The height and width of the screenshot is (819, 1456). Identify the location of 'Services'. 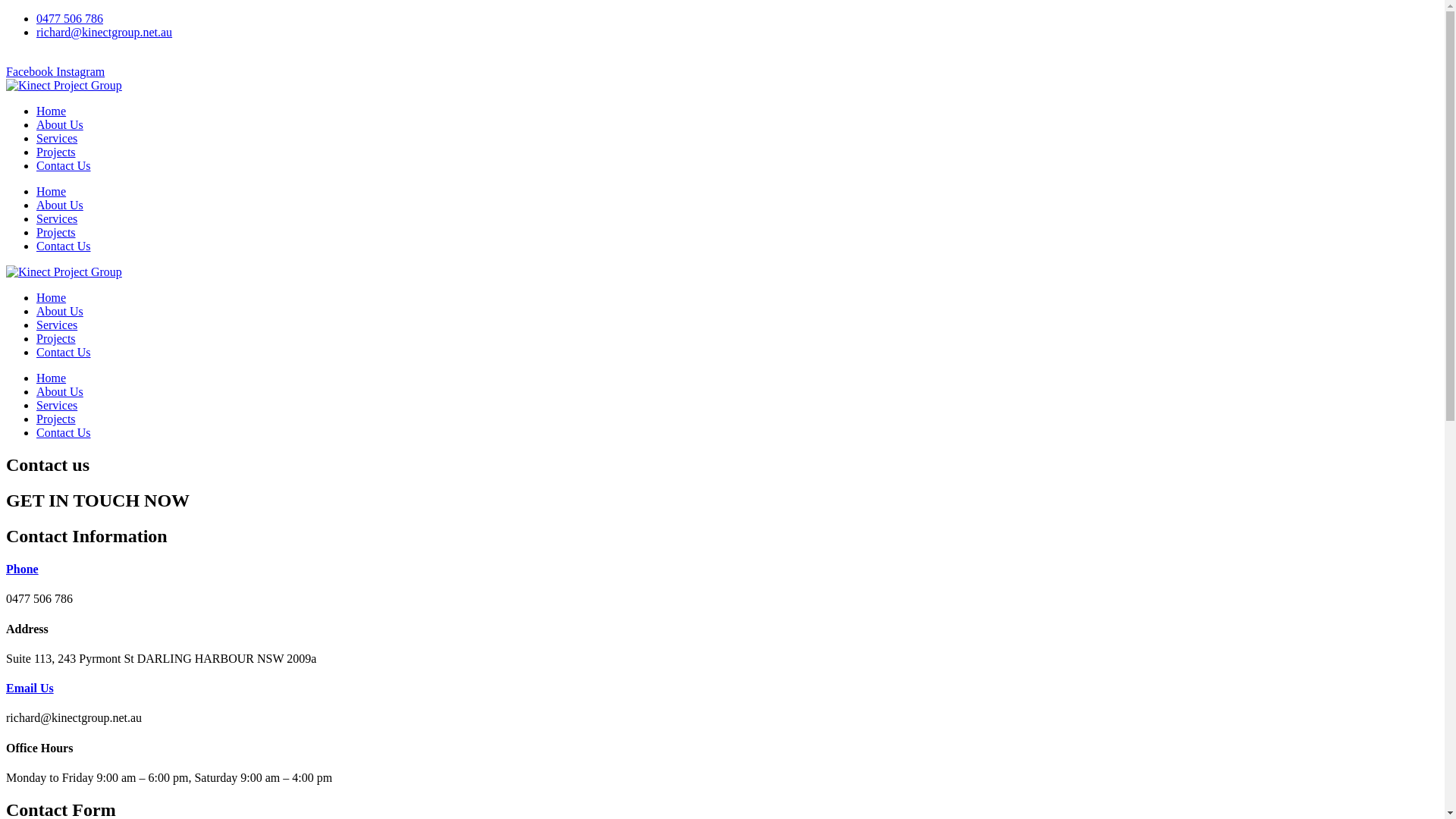
(57, 324).